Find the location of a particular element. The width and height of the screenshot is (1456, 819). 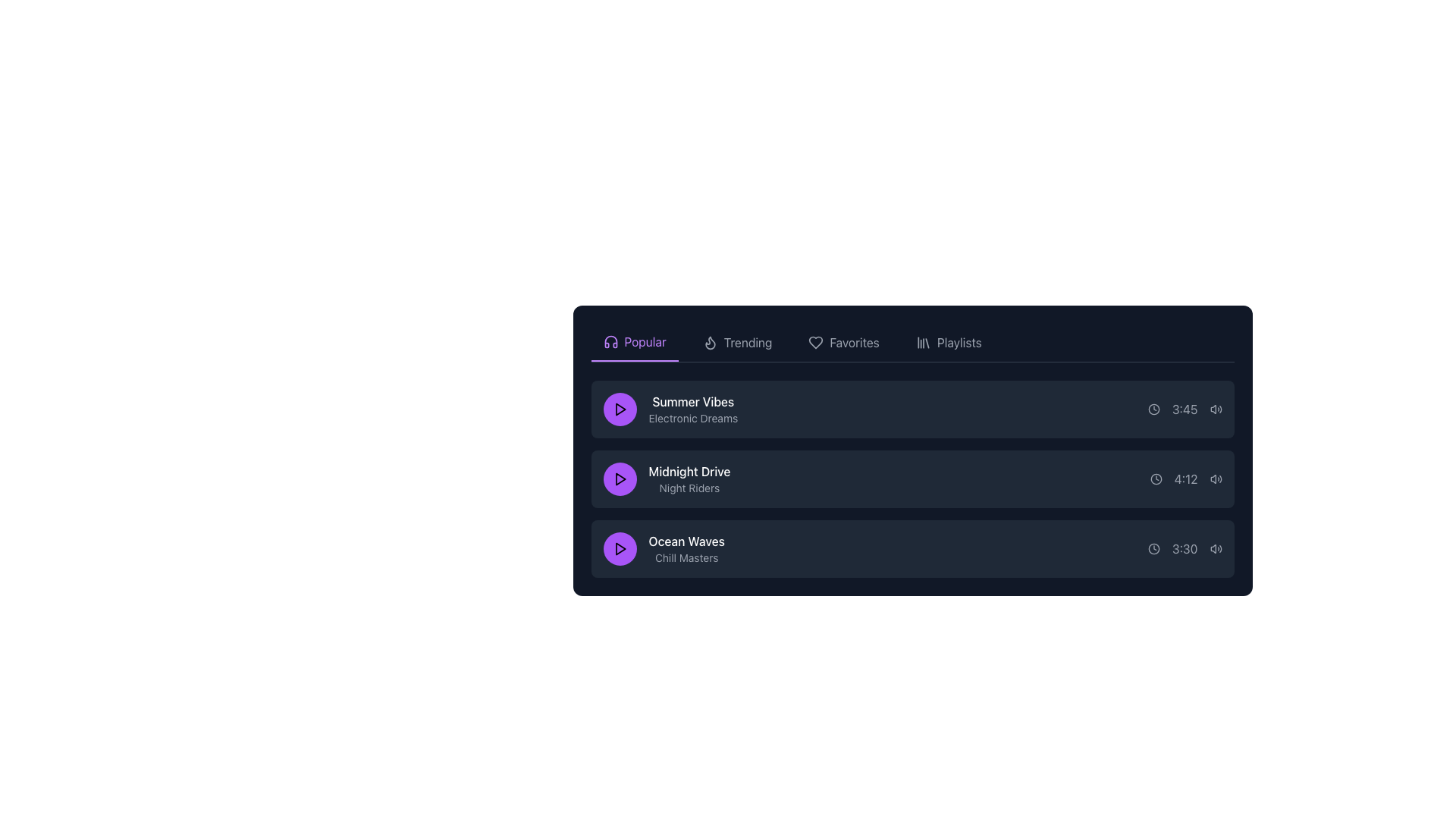

text label of the music track positioned in the second row of the playlist, which is located to the right of the play button icon is located at coordinates (689, 470).